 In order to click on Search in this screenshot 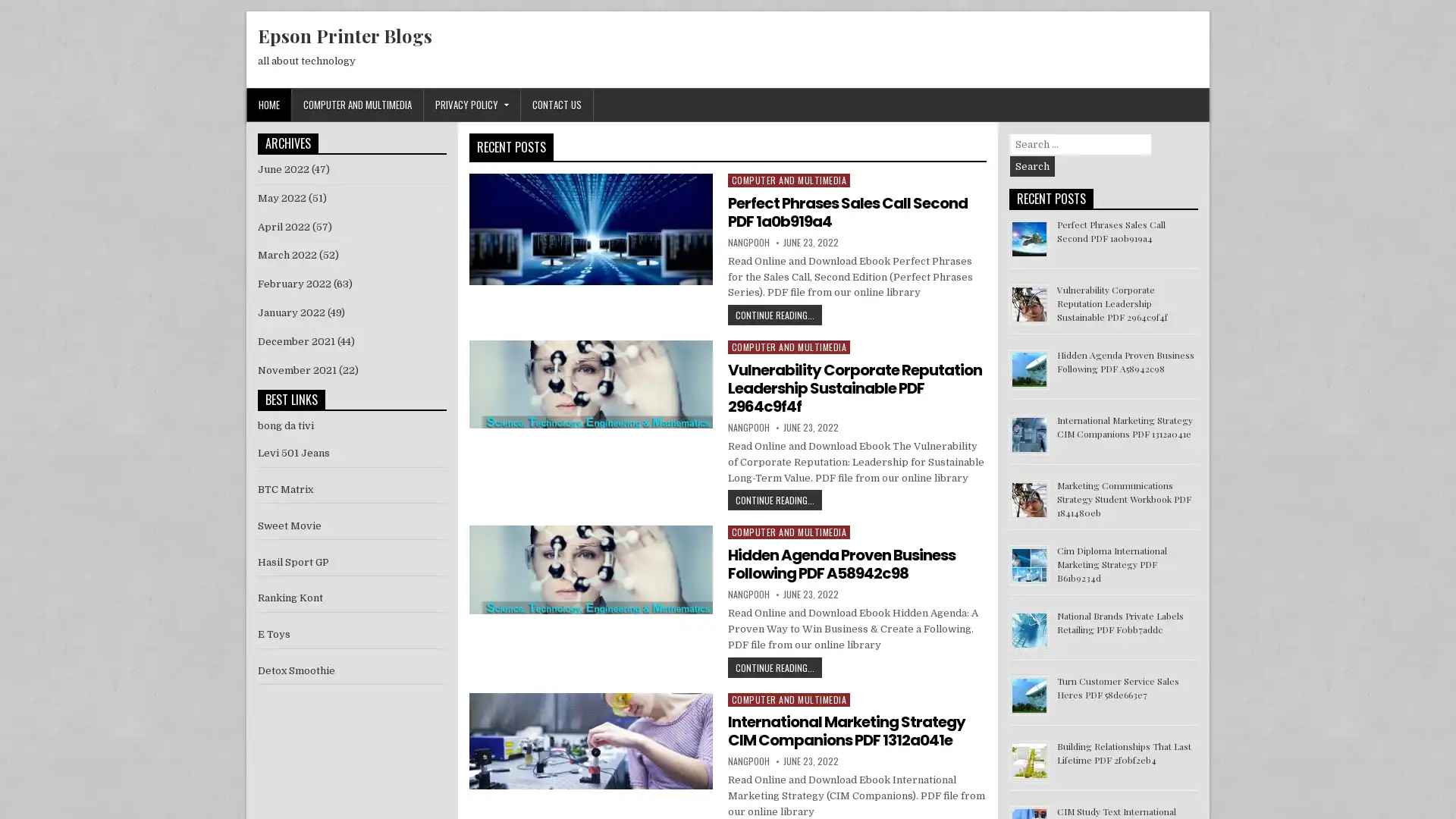, I will do `click(1031, 166)`.